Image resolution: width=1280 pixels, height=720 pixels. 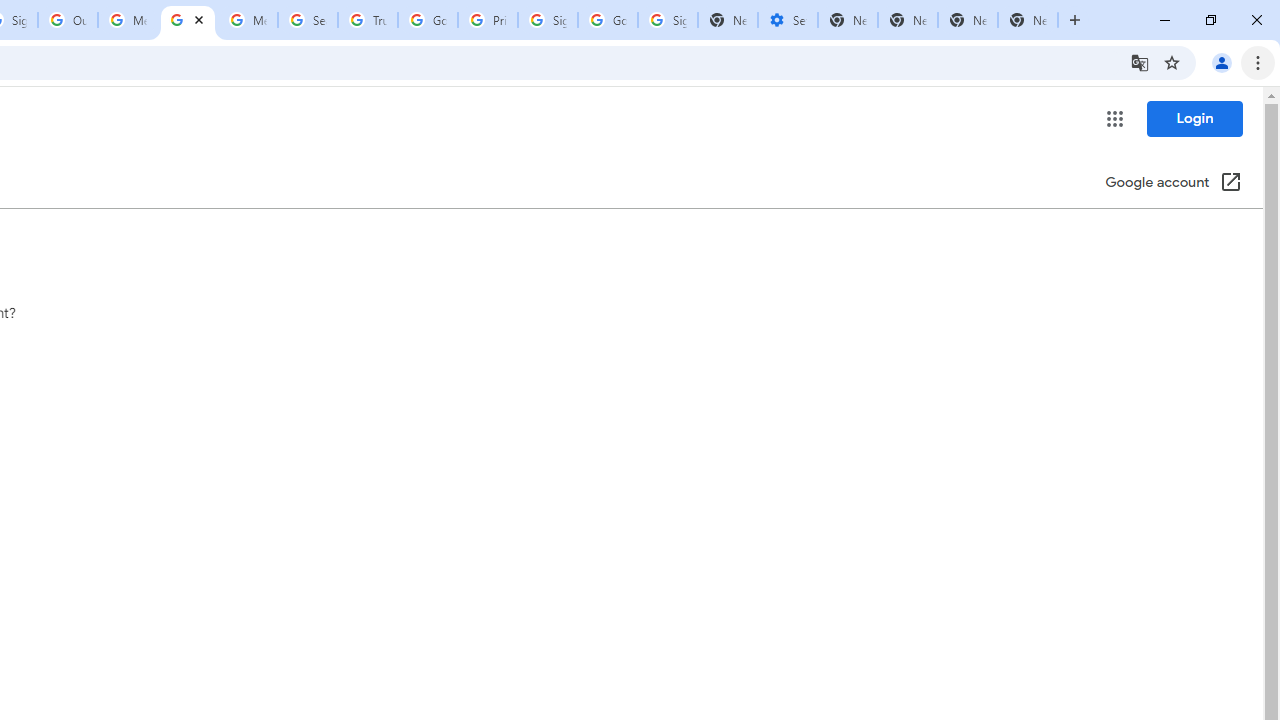 What do you see at coordinates (786, 20) in the screenshot?
I see `'Settings - Performance'` at bounding box center [786, 20].